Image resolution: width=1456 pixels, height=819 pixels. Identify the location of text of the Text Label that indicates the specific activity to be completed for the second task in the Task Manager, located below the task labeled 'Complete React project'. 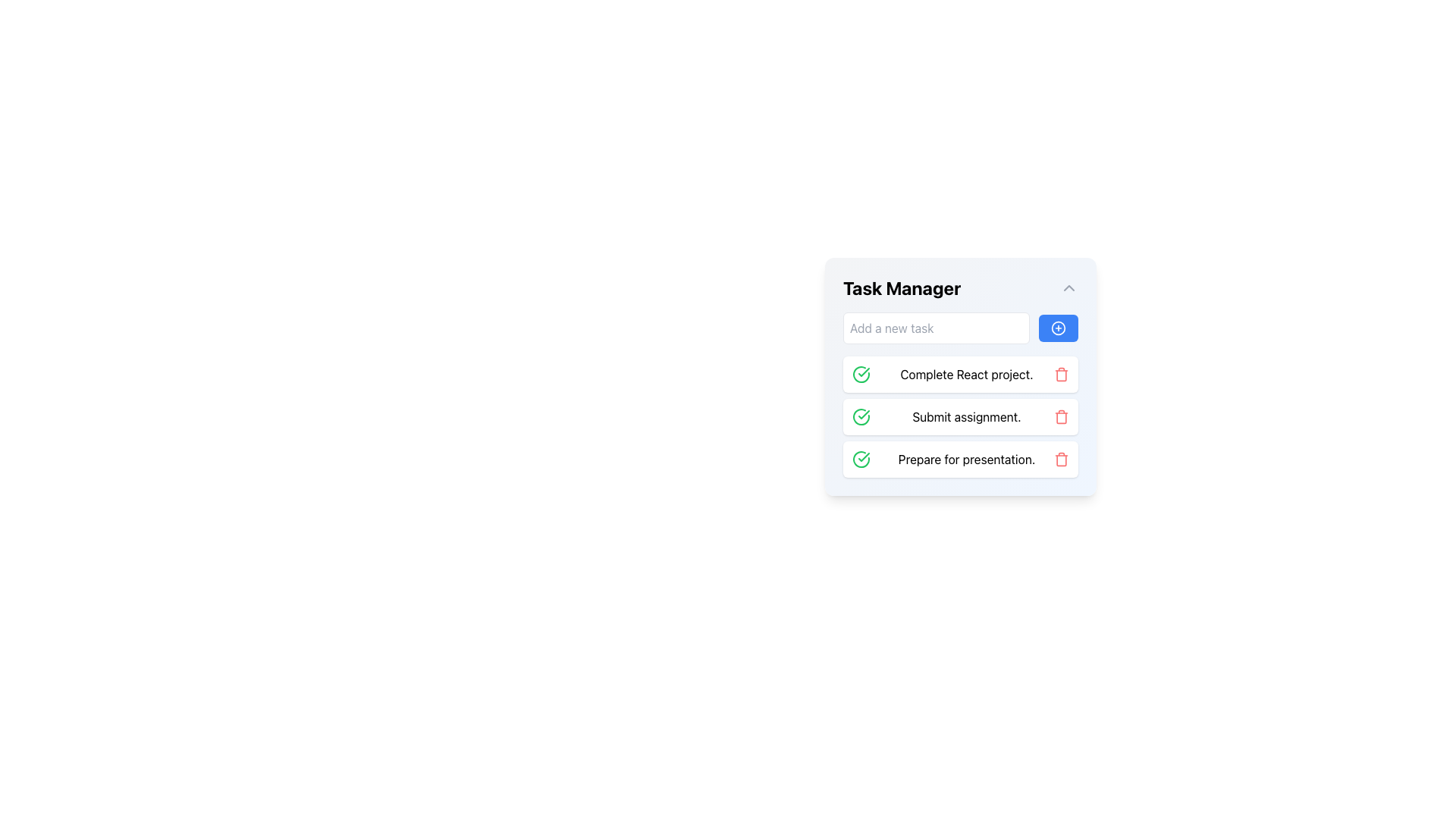
(966, 417).